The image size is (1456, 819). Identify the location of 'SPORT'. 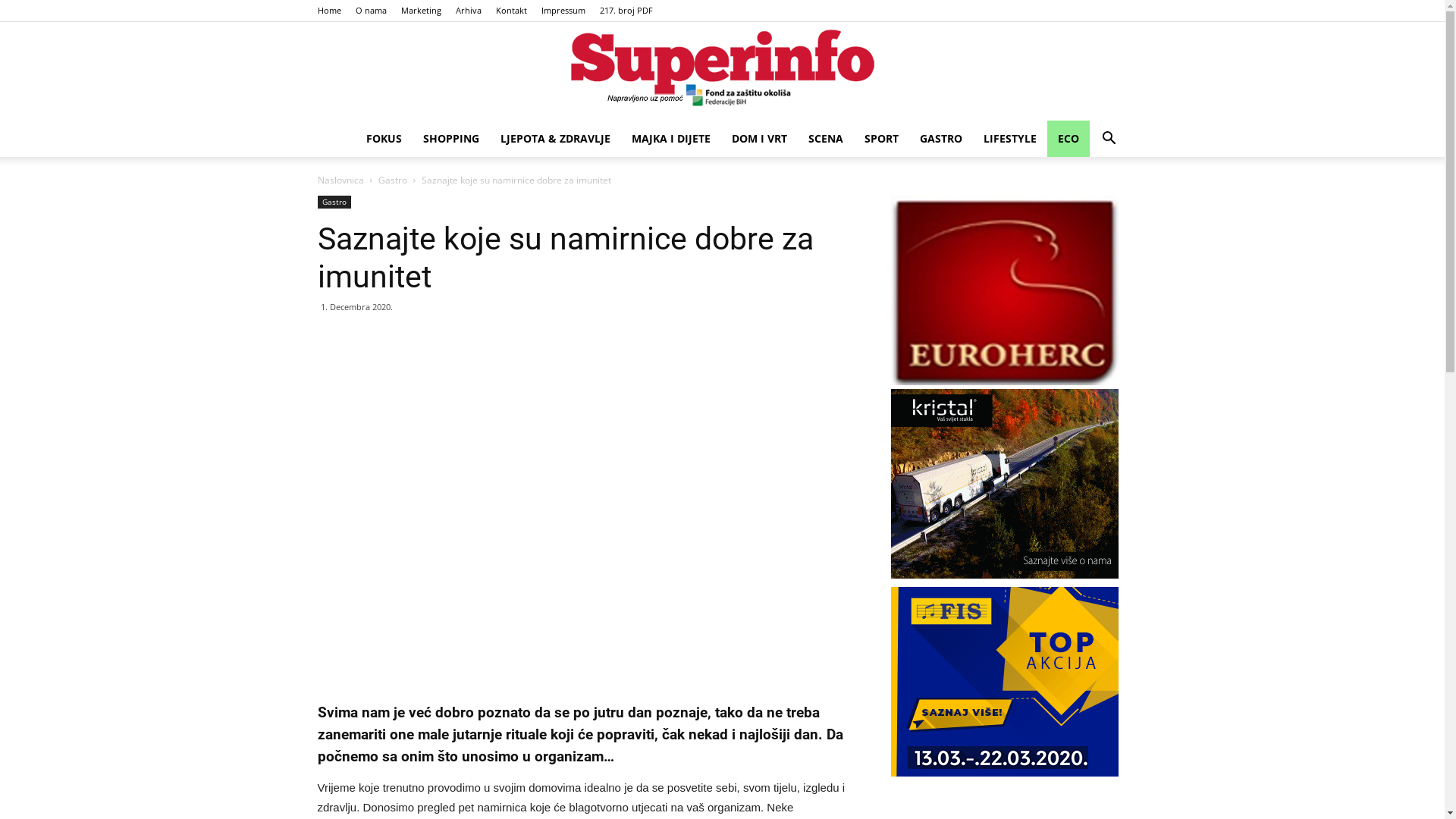
(881, 138).